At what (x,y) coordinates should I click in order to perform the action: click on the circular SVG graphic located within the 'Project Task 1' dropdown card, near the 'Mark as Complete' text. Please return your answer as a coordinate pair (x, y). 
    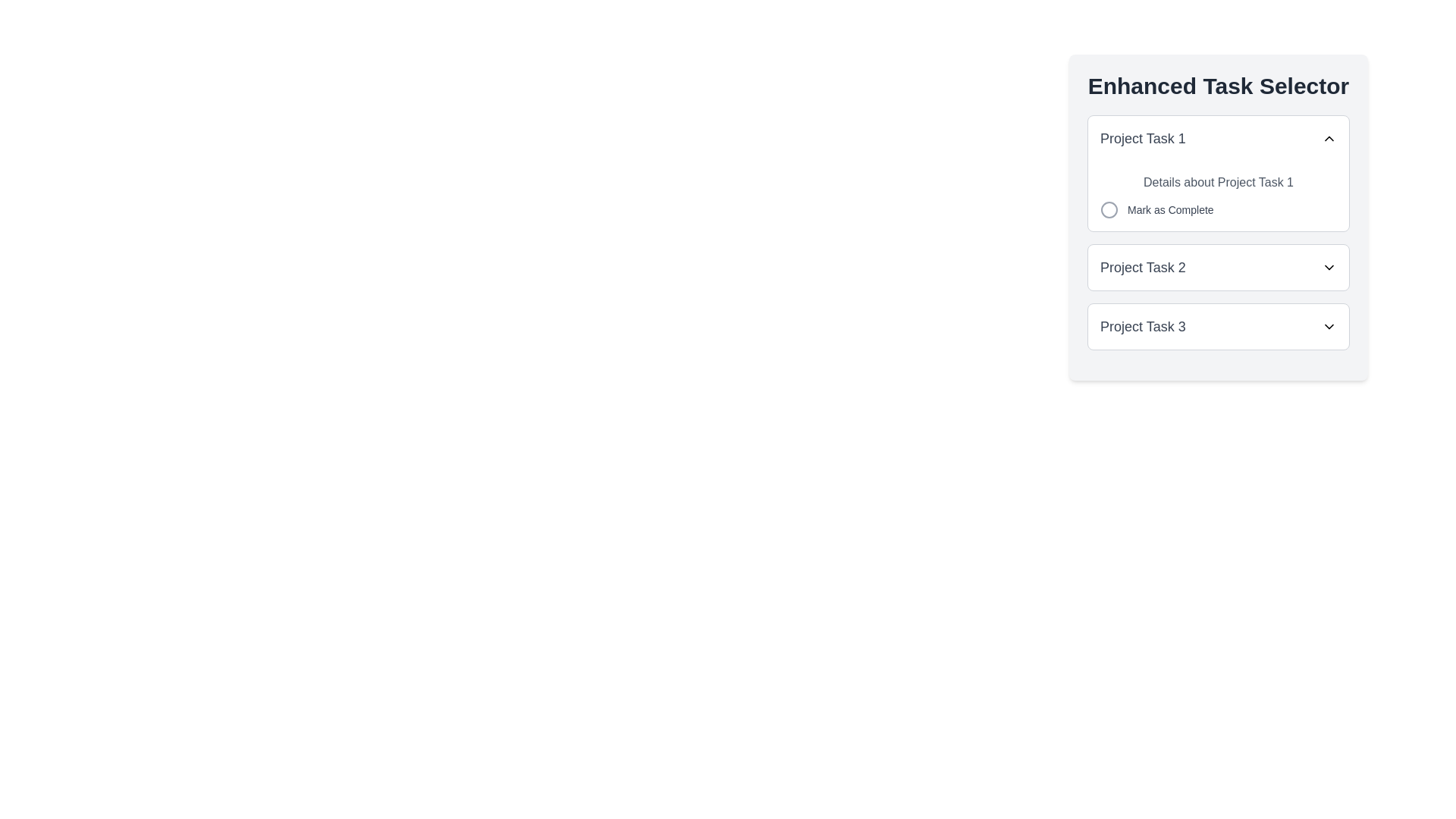
    Looking at the image, I should click on (1109, 210).